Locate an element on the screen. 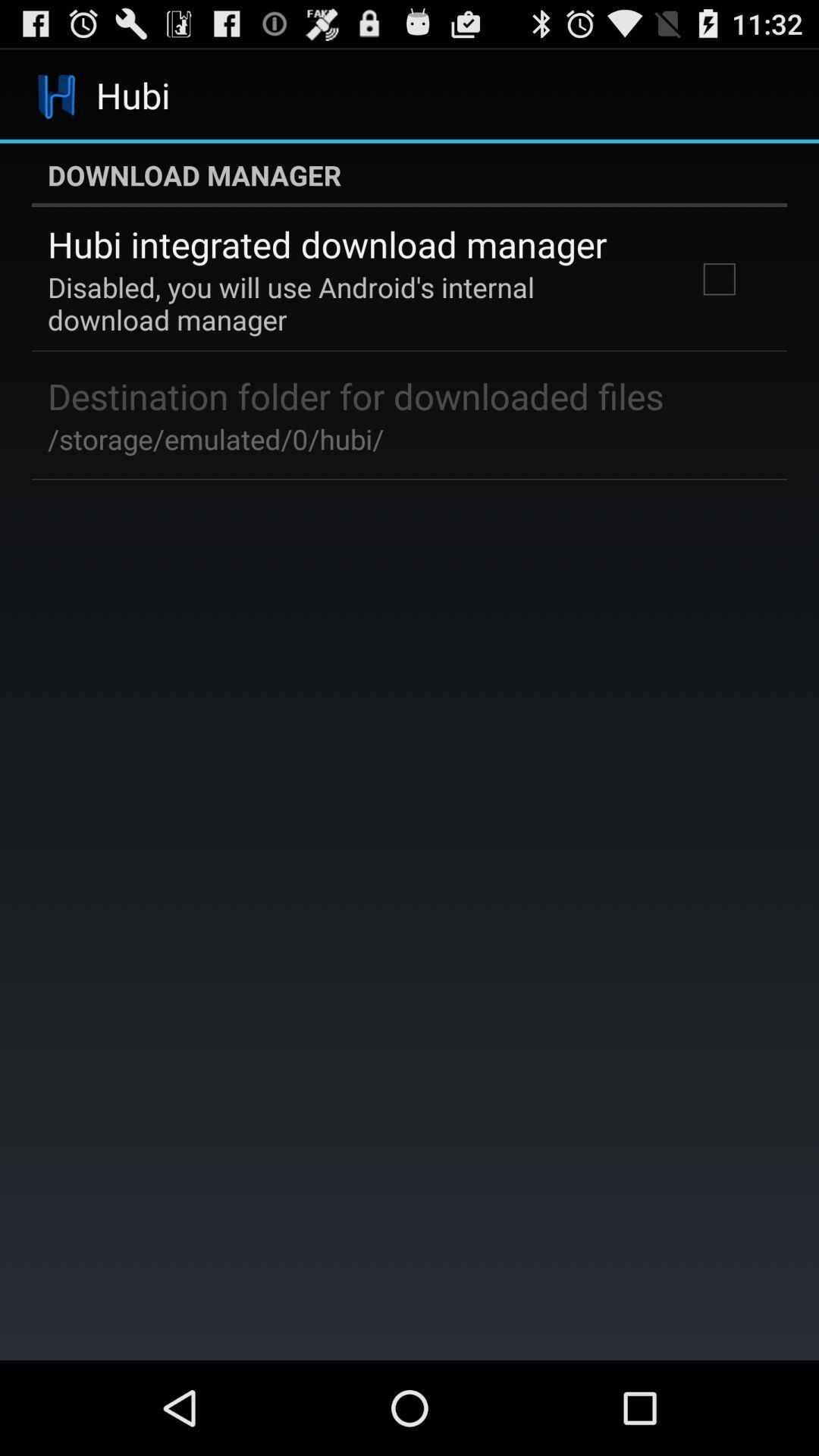  the hubi integrated download is located at coordinates (326, 244).